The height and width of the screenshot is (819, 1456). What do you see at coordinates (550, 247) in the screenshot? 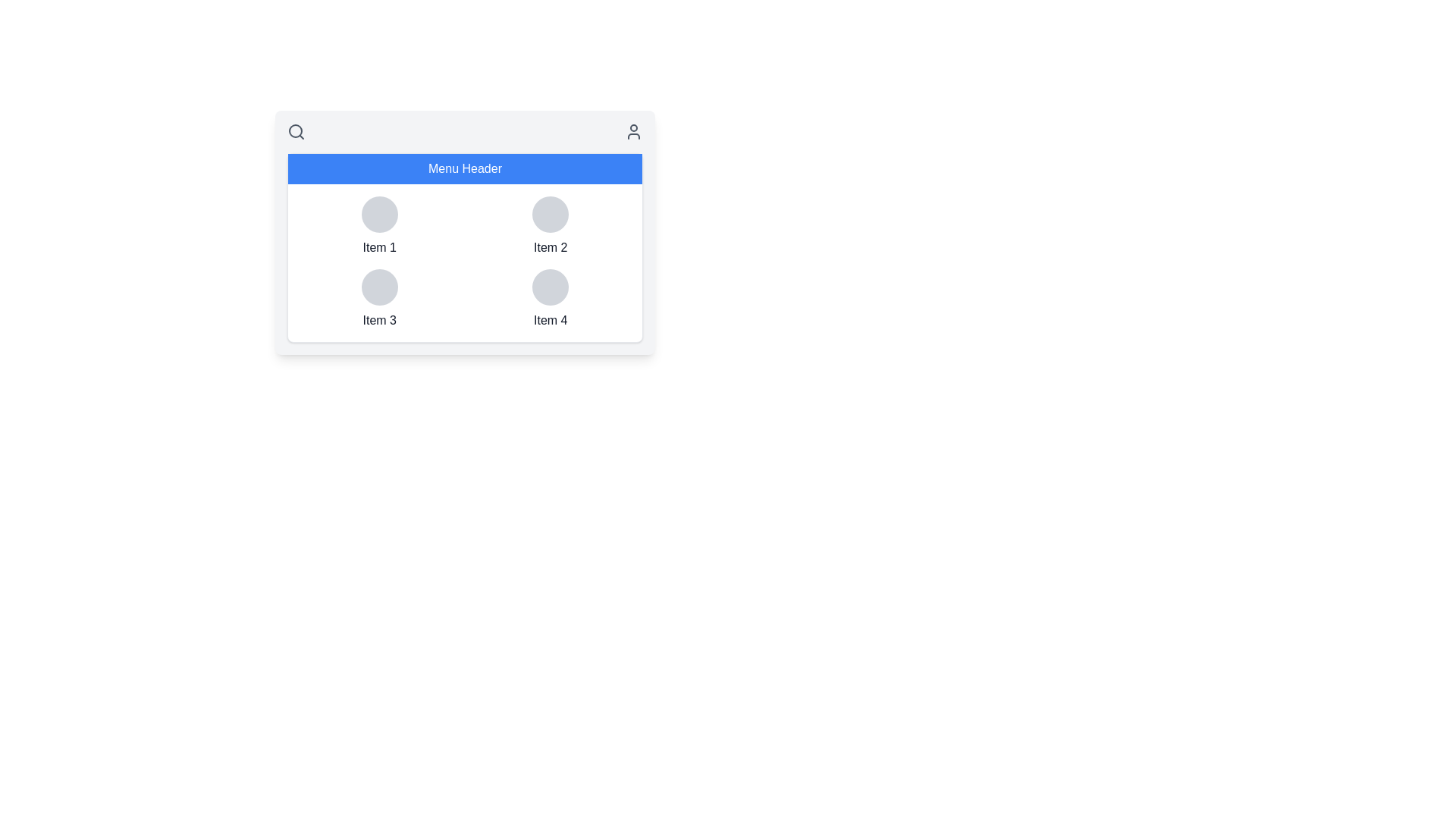
I see `second text label in the grid layout that describes the associated item, located directly below its corresponding circular icon and to the right of 'Item 1'` at bounding box center [550, 247].